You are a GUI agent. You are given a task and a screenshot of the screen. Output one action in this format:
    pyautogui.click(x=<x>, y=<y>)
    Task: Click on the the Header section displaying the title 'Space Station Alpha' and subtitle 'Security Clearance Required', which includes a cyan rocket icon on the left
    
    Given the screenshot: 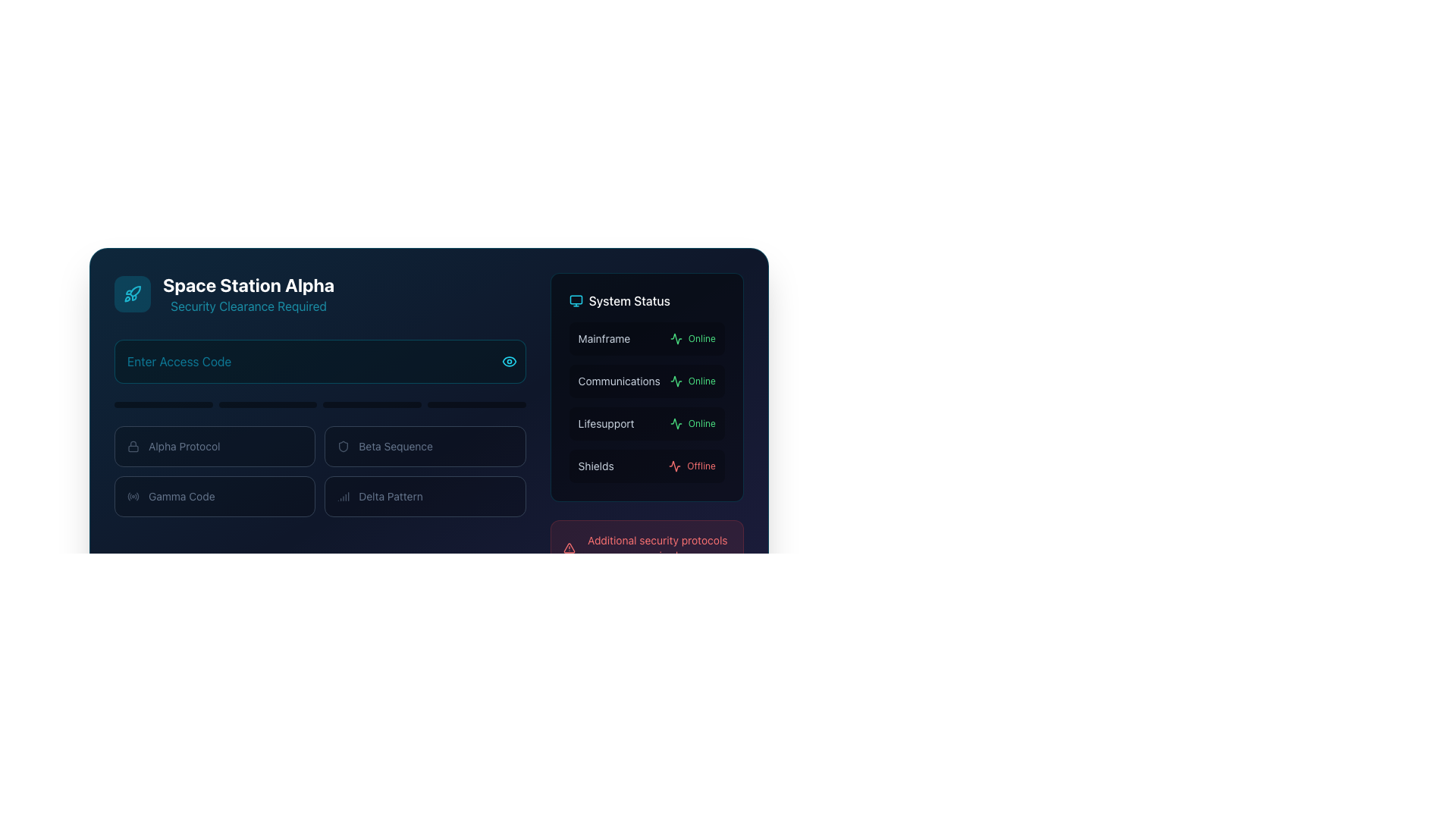 What is the action you would take?
    pyautogui.click(x=319, y=294)
    